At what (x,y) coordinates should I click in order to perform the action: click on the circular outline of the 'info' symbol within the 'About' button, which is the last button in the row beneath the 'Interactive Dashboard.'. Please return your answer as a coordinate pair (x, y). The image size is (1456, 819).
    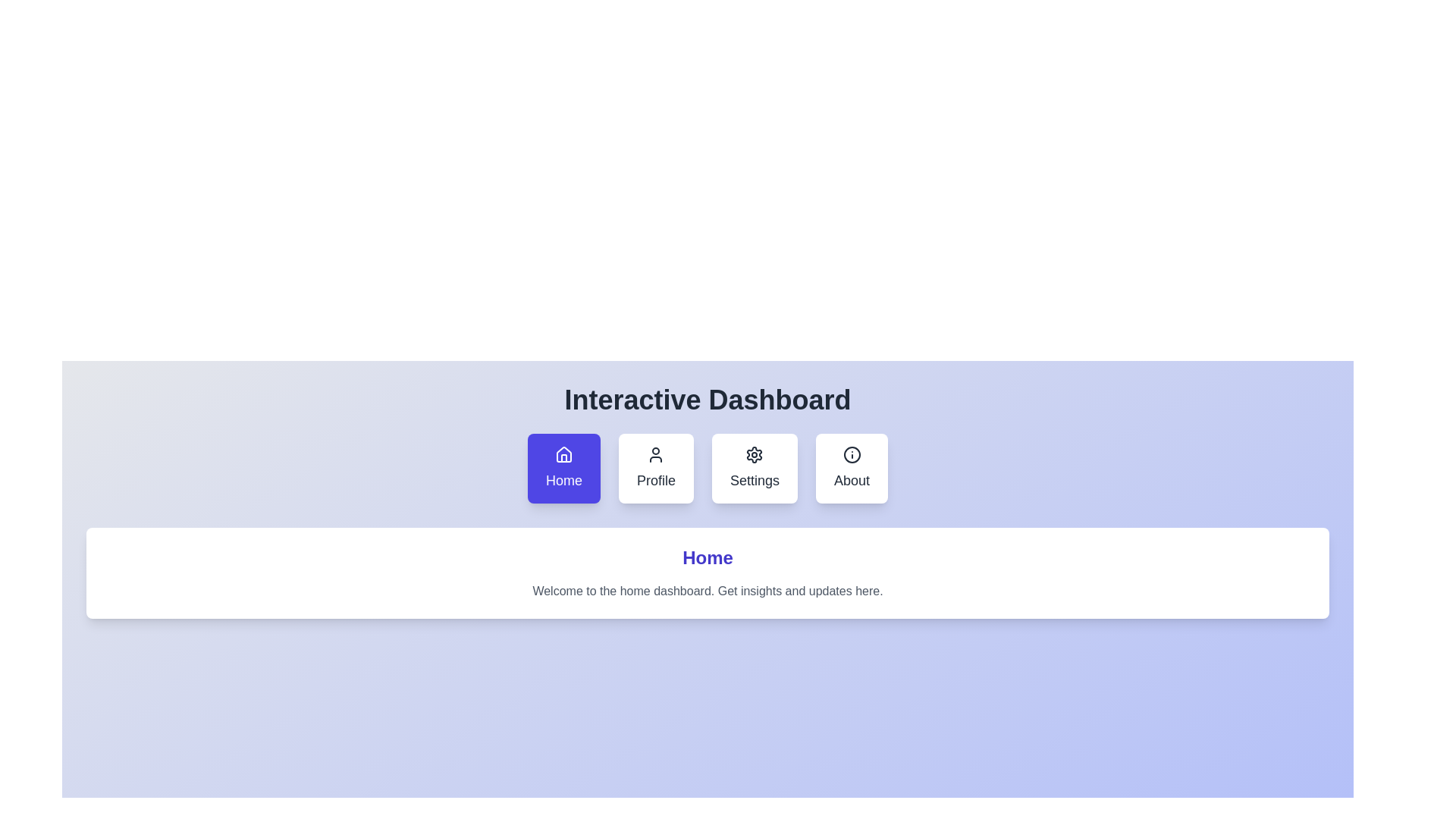
    Looking at the image, I should click on (852, 454).